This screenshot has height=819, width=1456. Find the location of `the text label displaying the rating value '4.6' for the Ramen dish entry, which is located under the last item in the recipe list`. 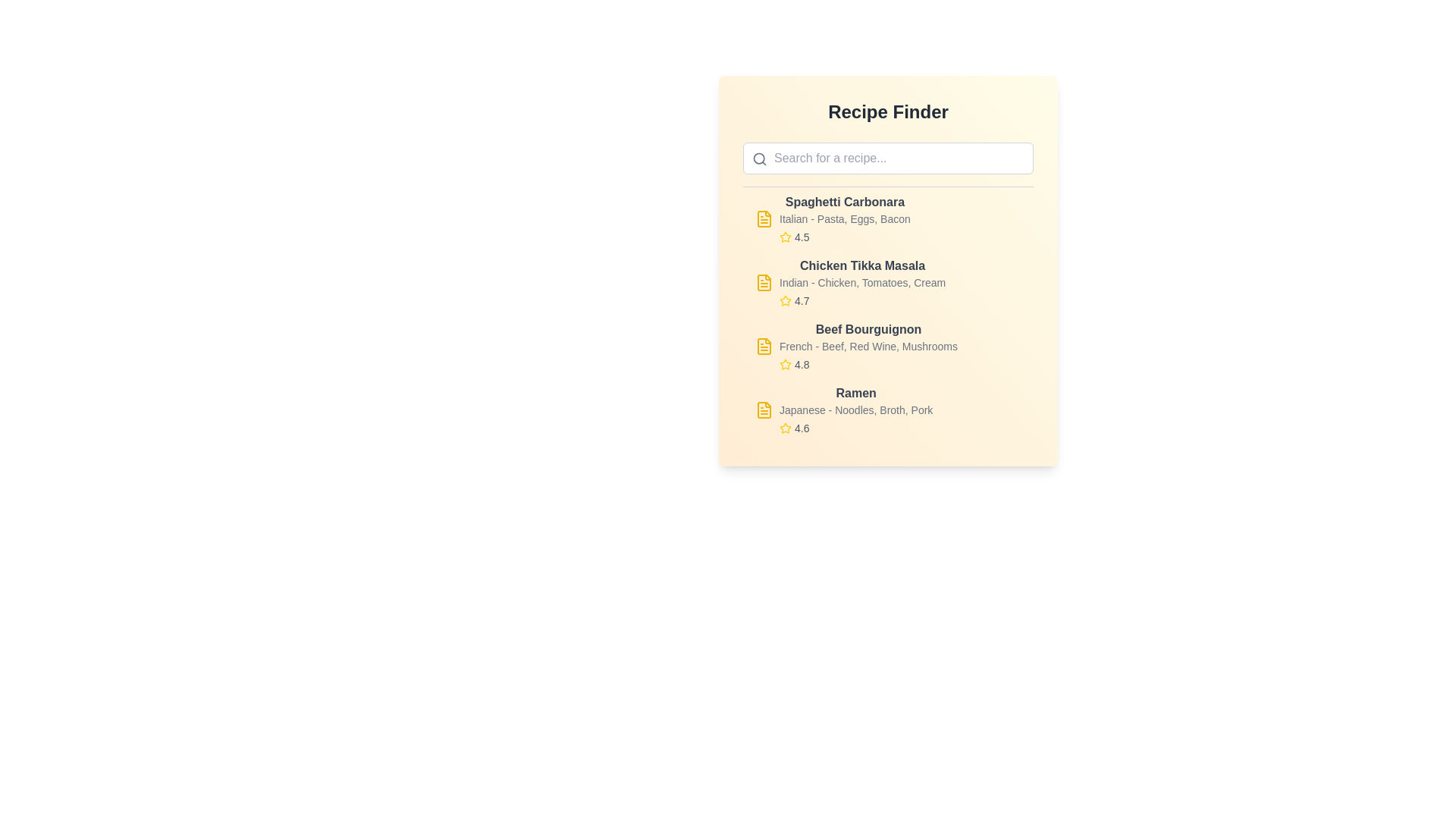

the text label displaying the rating value '4.6' for the Ramen dish entry, which is located under the last item in the recipe list is located at coordinates (801, 428).